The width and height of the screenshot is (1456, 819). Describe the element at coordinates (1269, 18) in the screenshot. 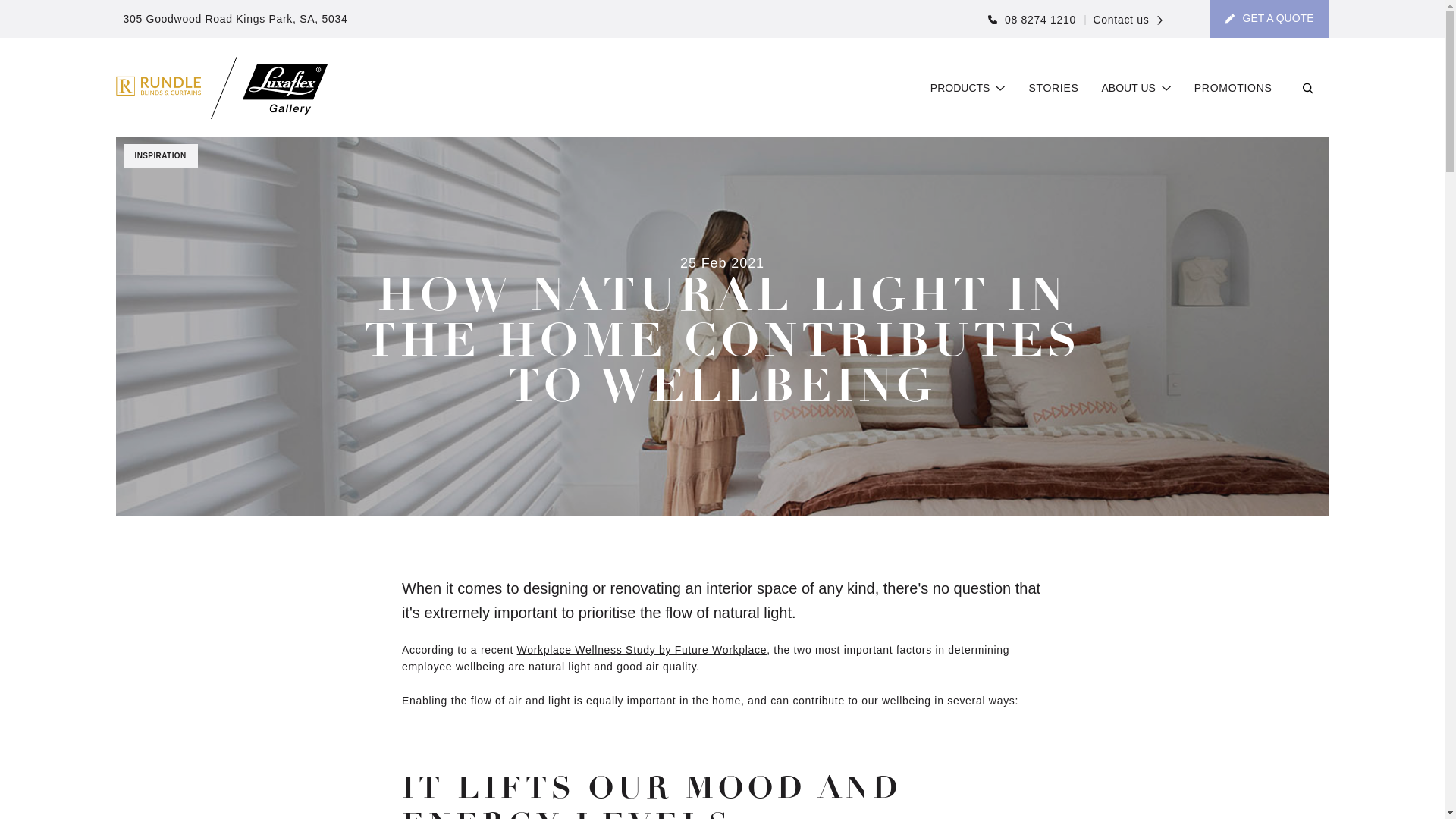

I see `'GET A QUOTE'` at that location.